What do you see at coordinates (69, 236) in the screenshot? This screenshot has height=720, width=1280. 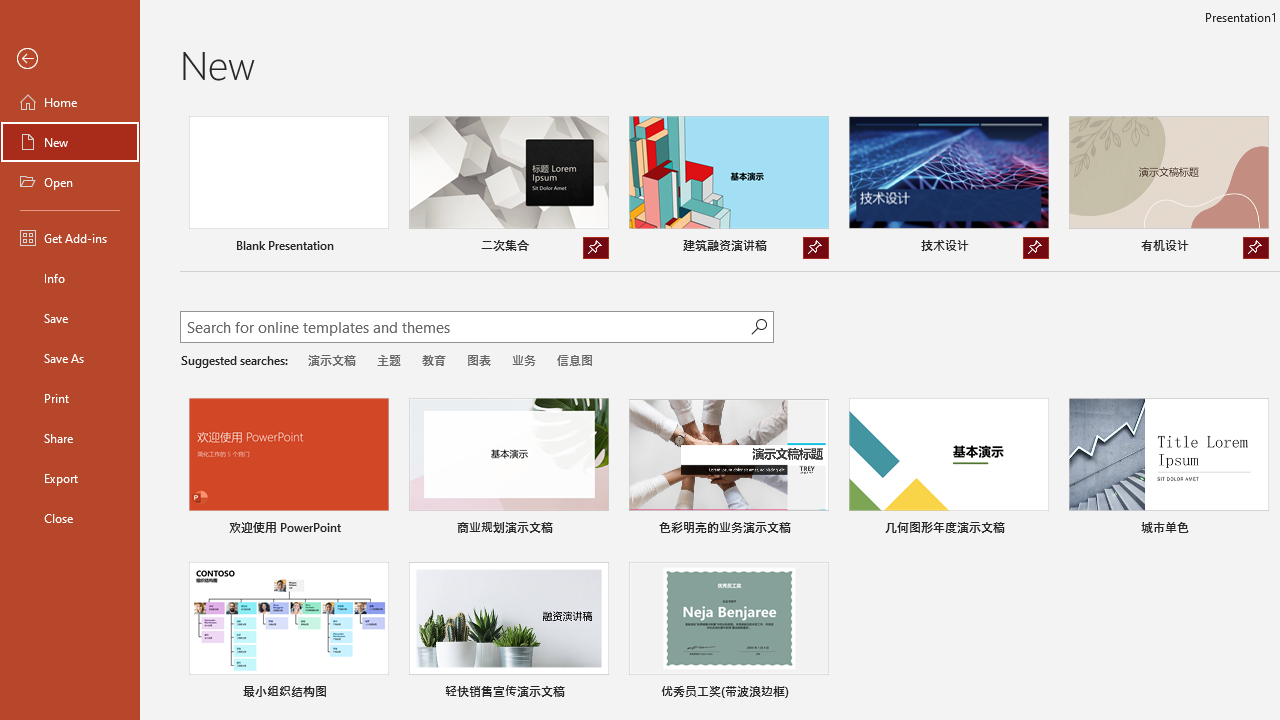 I see `'Get Add-ins'` at bounding box center [69, 236].